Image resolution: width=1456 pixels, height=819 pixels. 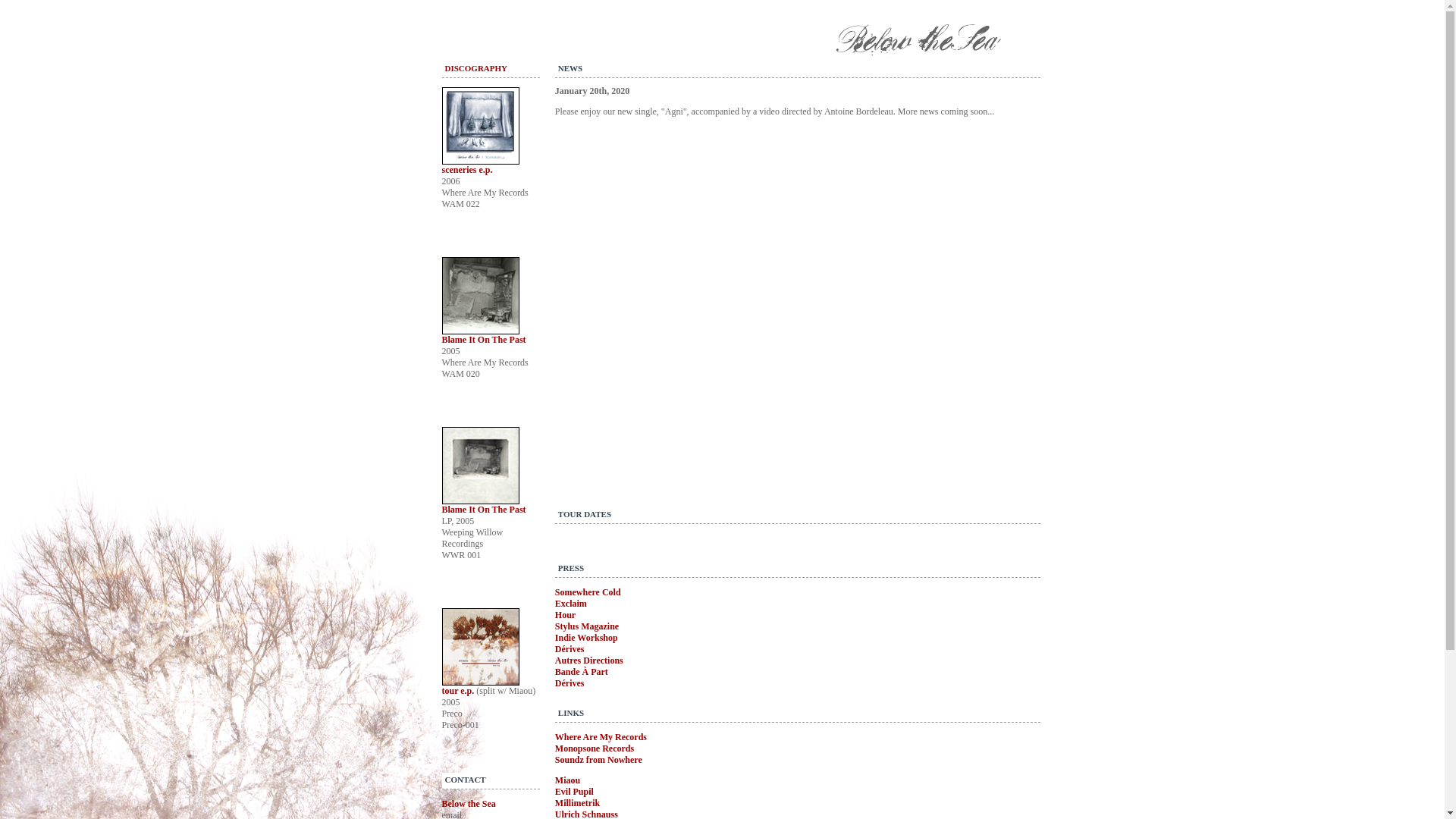 I want to click on 'Blame It On The Past', so click(x=482, y=338).